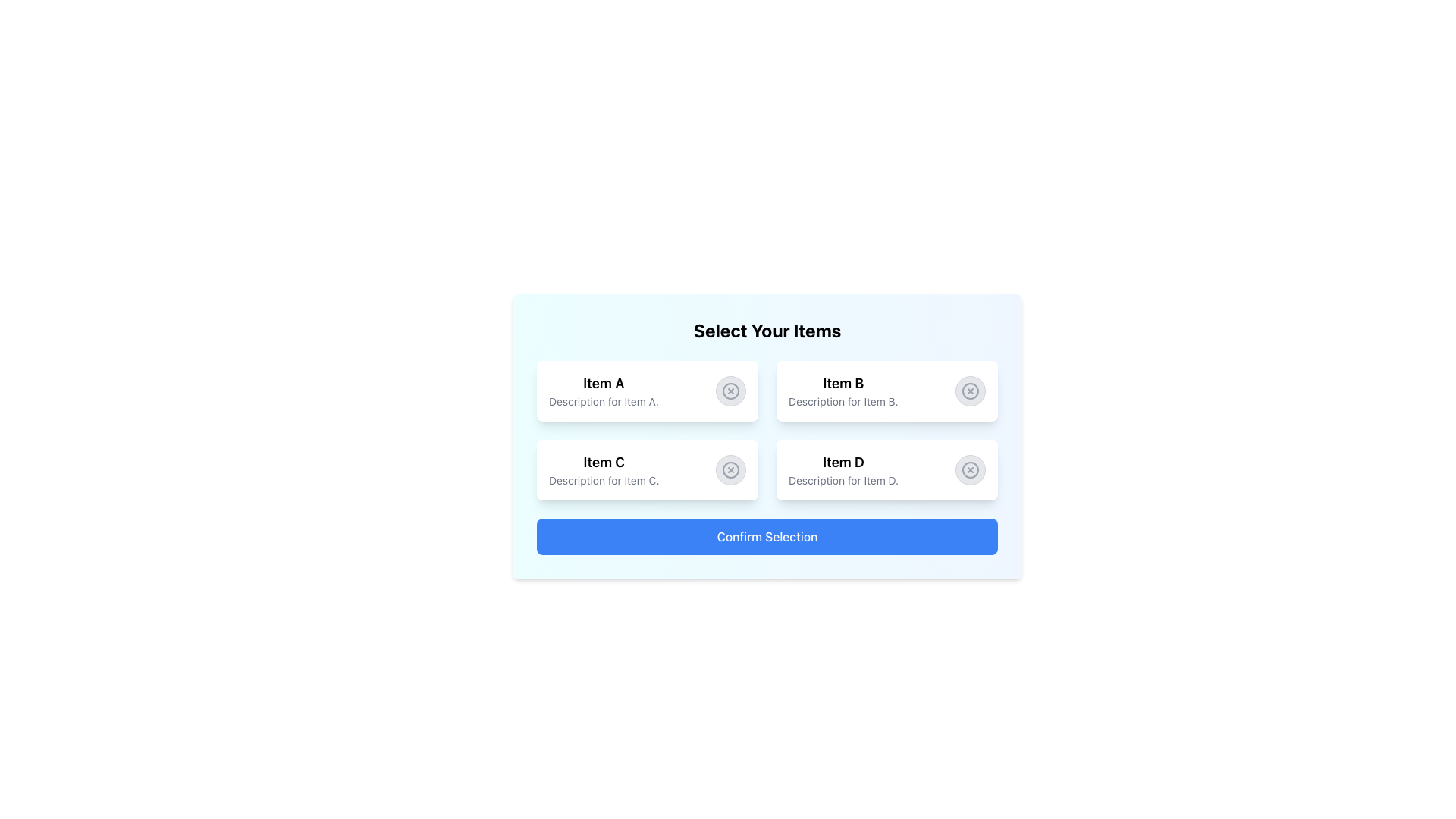 This screenshot has height=819, width=1456. I want to click on the text label displaying 'Item C', which is styled with a larger font size and bold appearance, located in the bottom-left quadrant of a grid layout under the header 'Select Your Items', so click(603, 461).